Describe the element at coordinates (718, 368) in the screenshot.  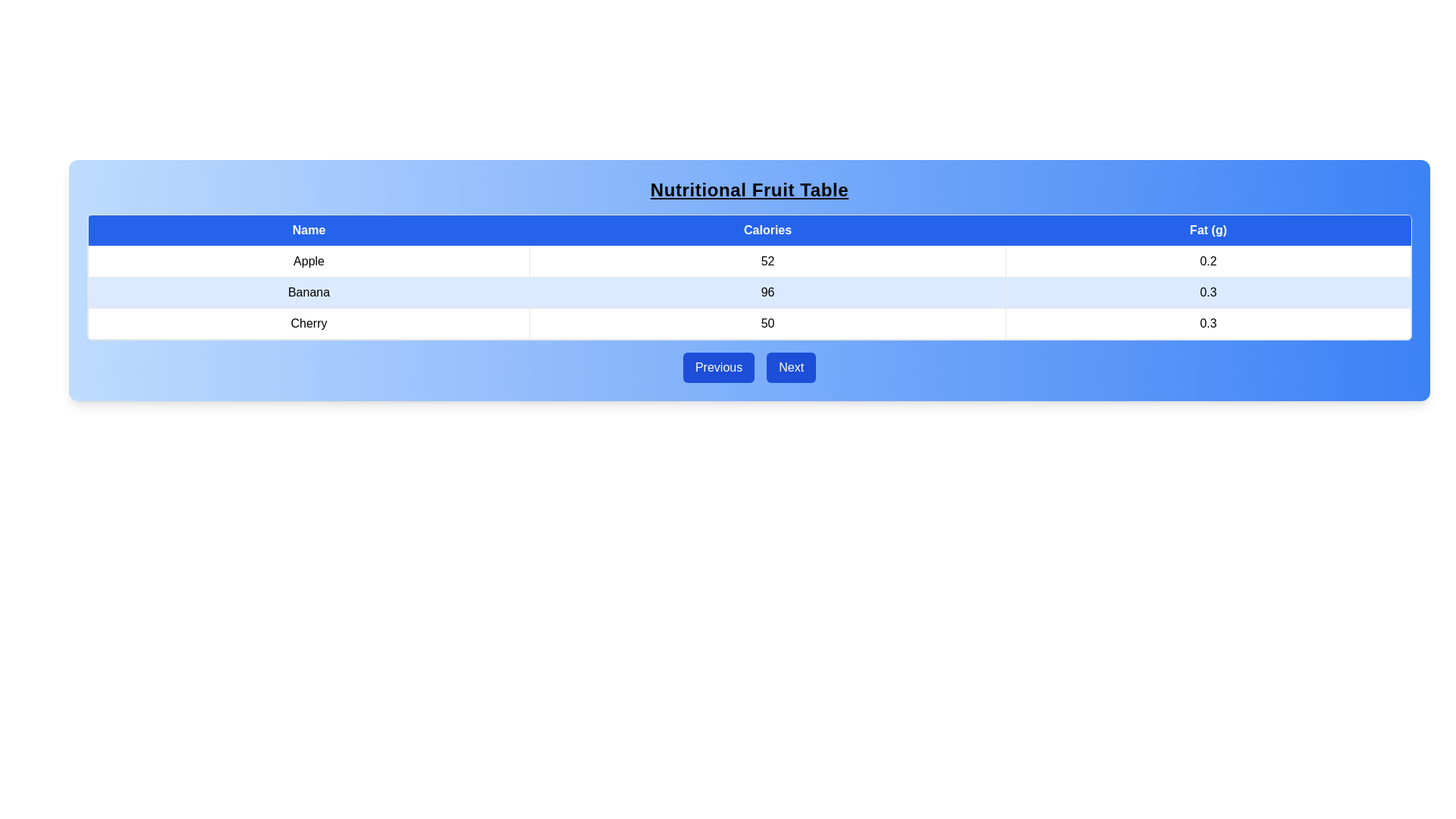
I see `the 'Previous' button located below the table to trigger style changes` at that location.